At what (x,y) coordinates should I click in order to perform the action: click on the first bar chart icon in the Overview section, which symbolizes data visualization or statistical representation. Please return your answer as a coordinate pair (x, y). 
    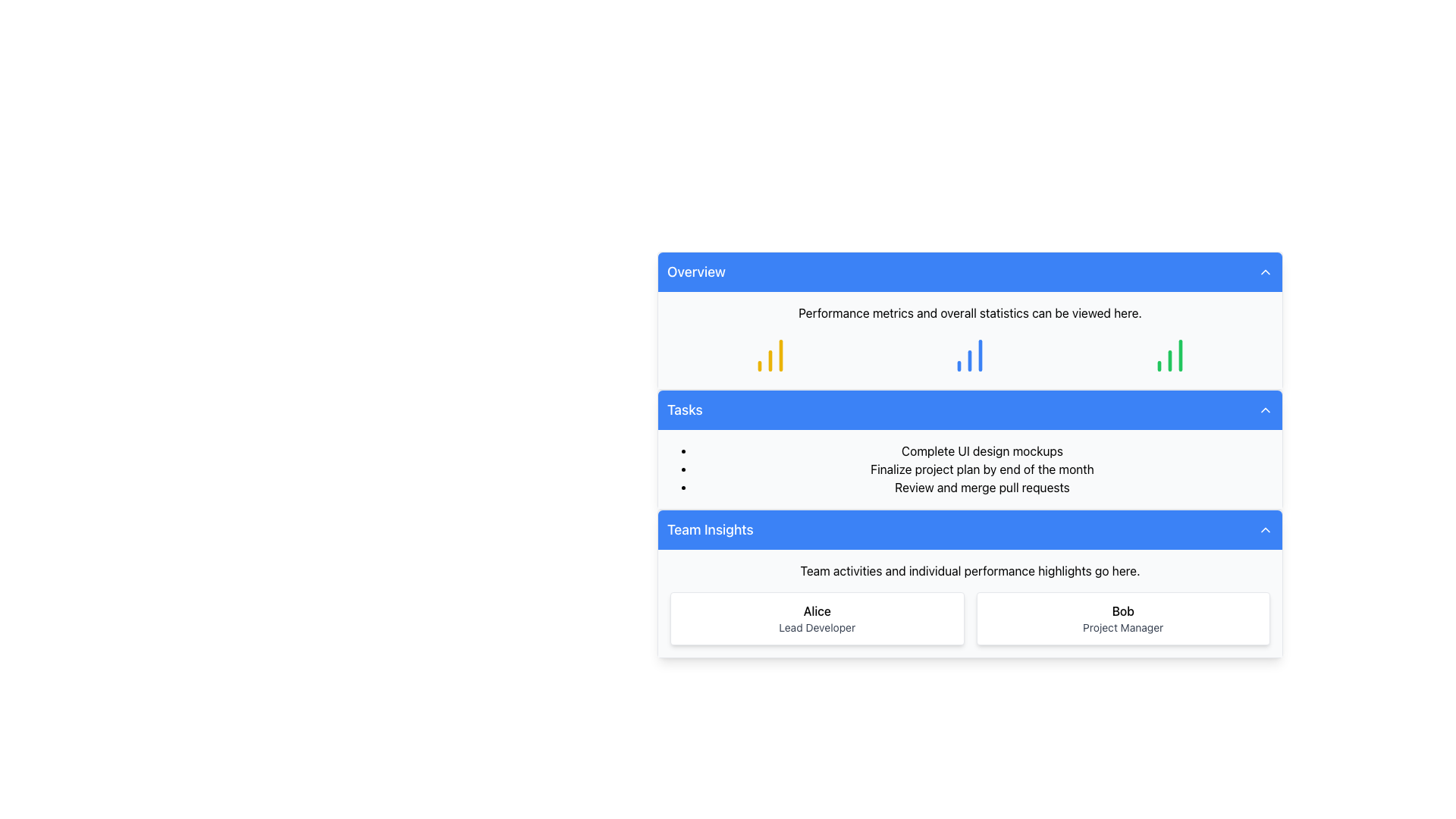
    Looking at the image, I should click on (770, 356).